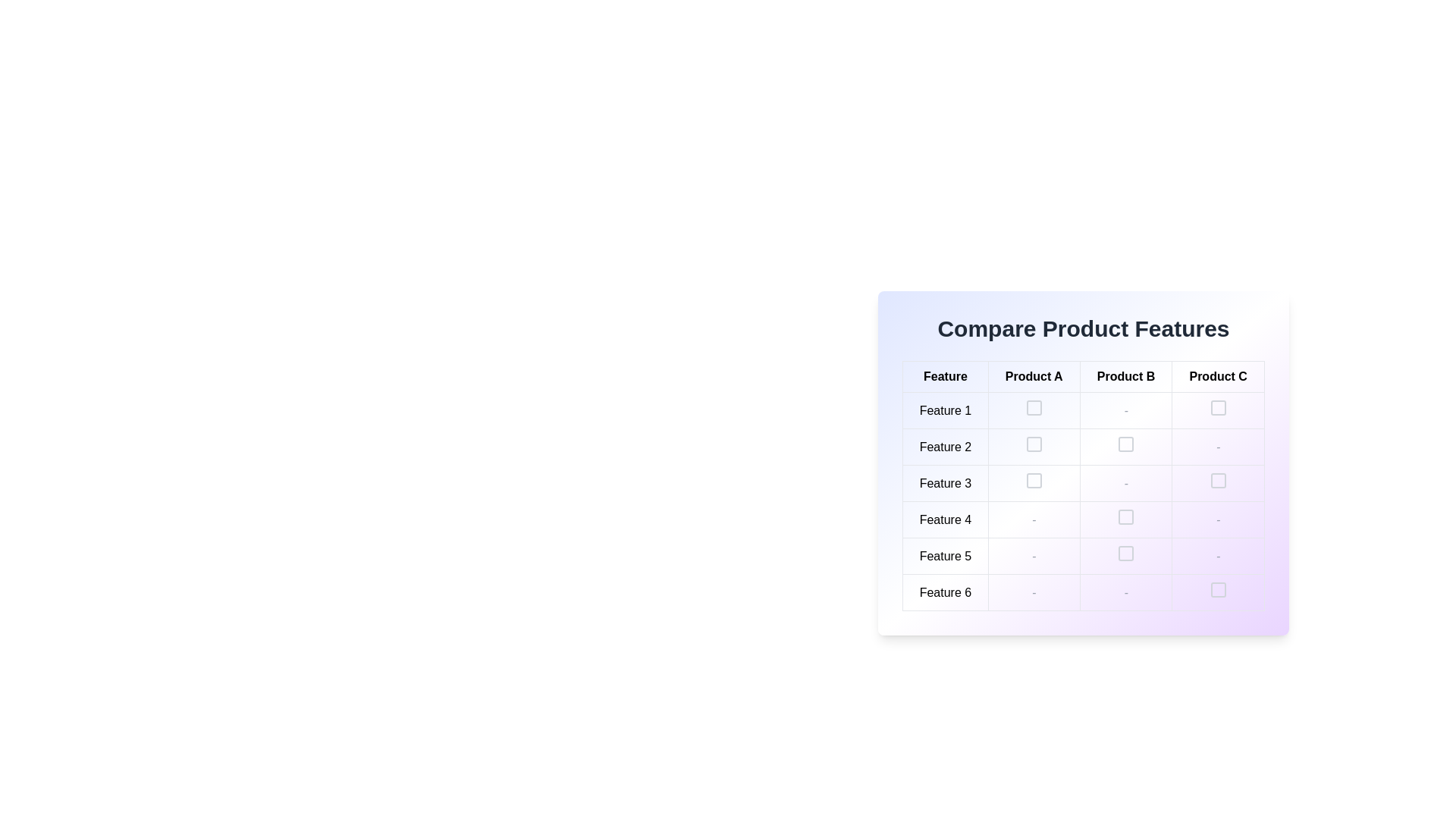 This screenshot has height=819, width=1456. I want to click on the table cell located in the fourth row under 'Product C', so click(1218, 519).